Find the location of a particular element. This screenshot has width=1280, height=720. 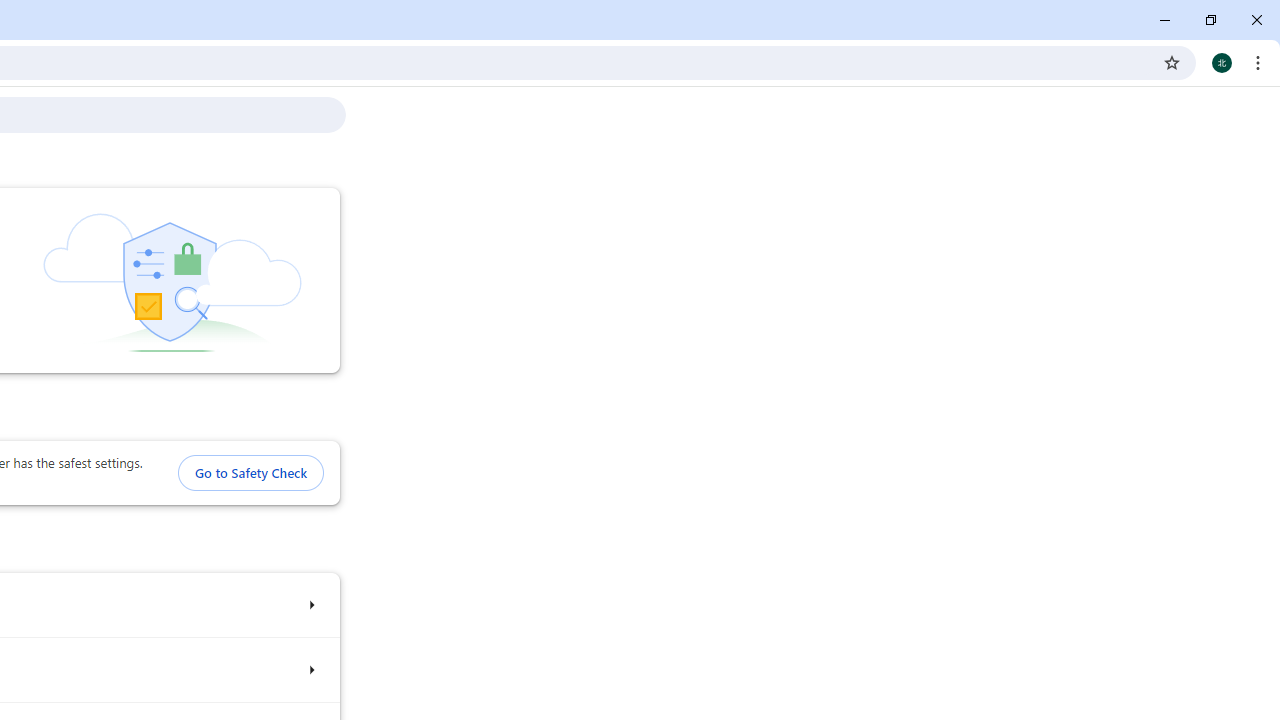

'Go to Safety Check' is located at coordinates (249, 473).